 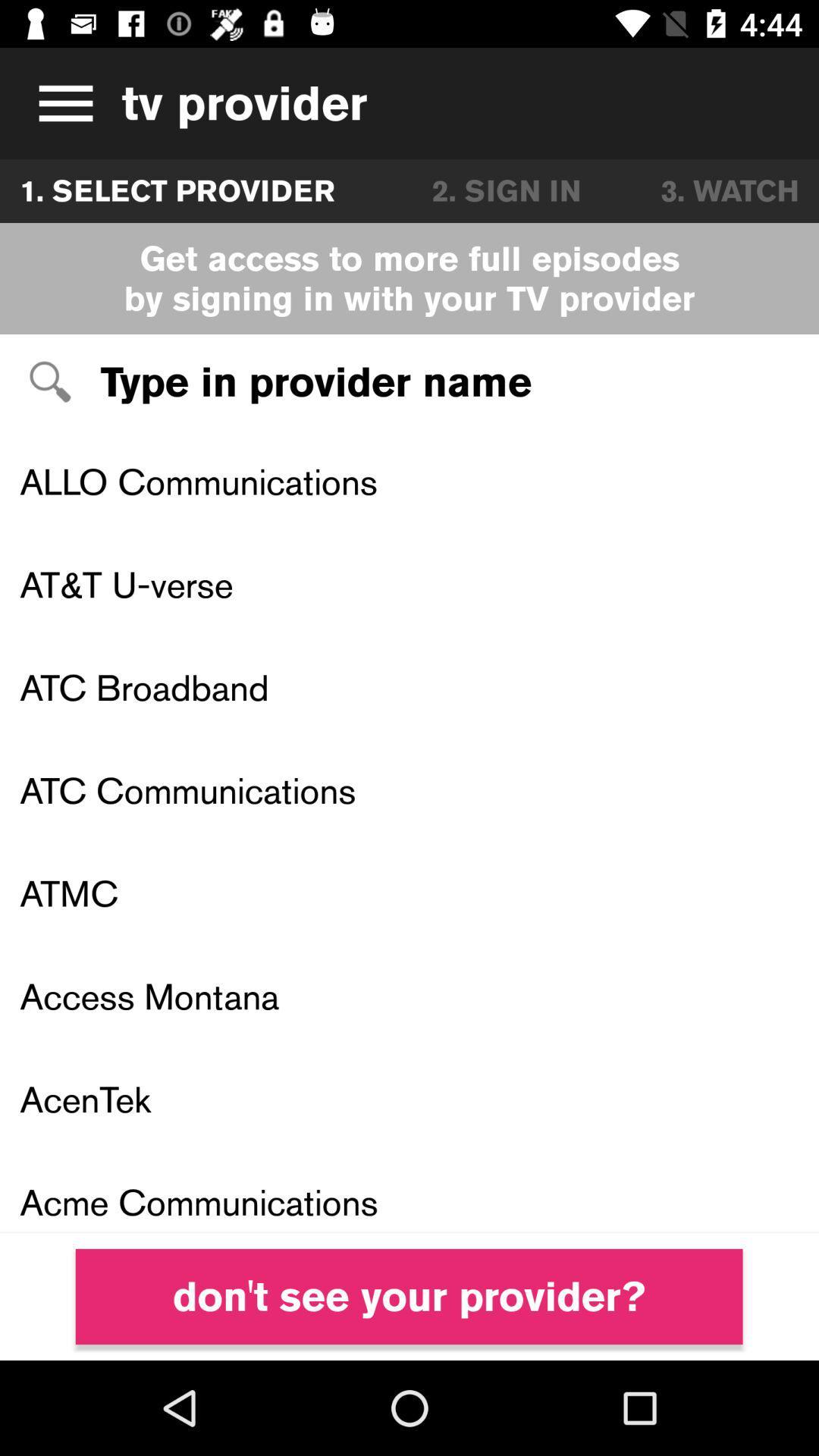 What do you see at coordinates (60, 102) in the screenshot?
I see `open menu` at bounding box center [60, 102].